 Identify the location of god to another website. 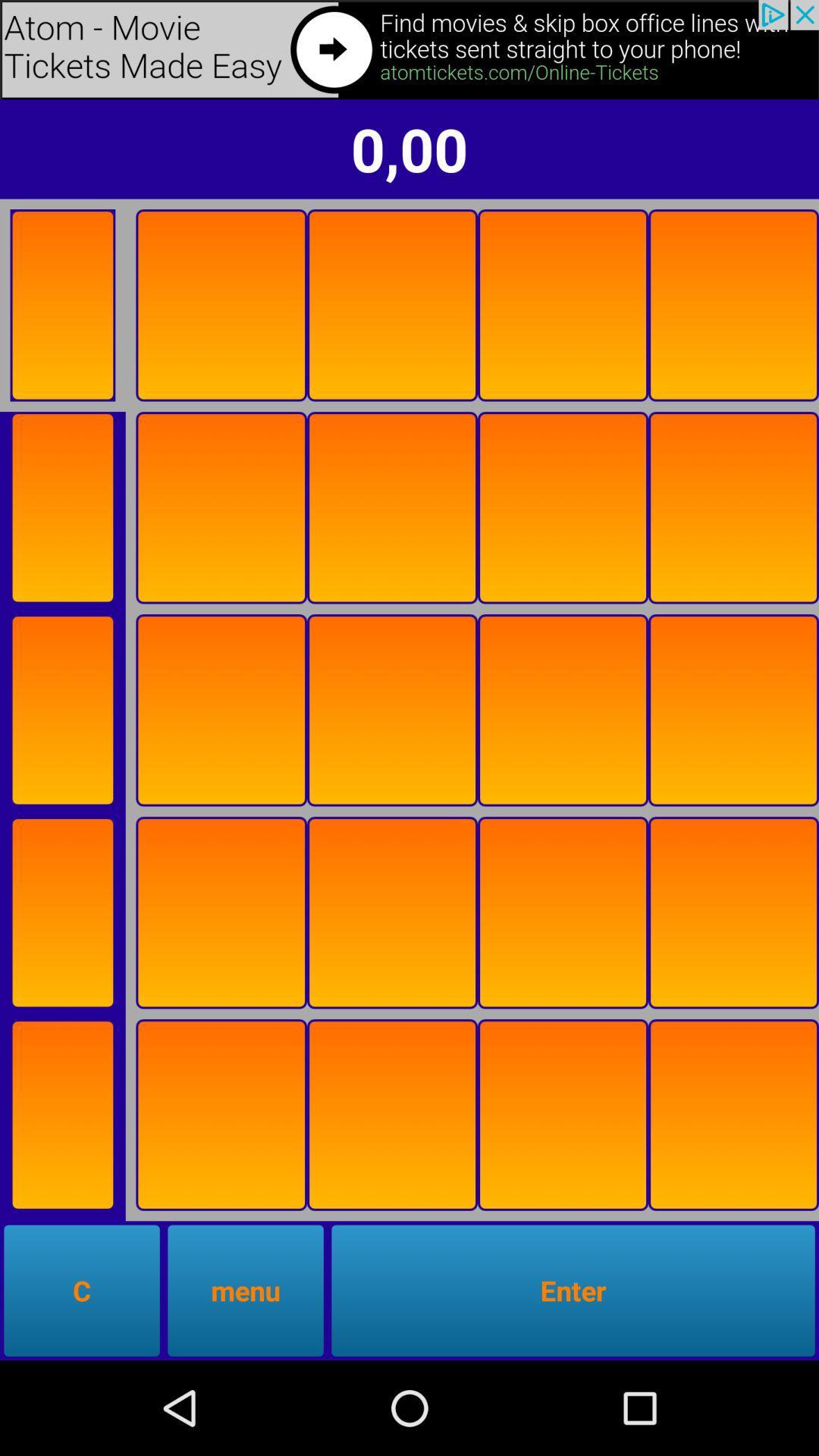
(409, 49).